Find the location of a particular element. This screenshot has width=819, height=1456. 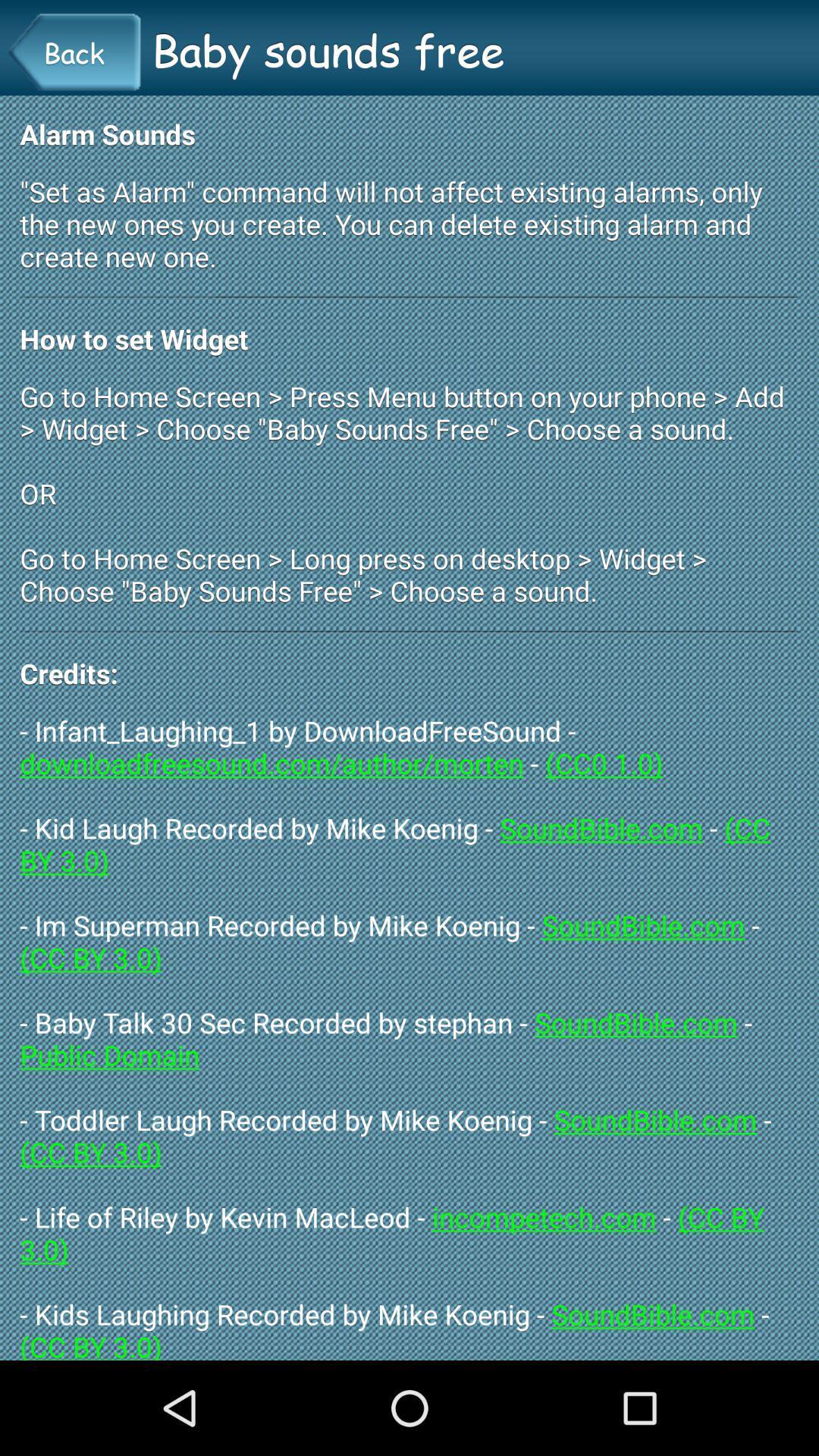

item above the alarm sounds item is located at coordinates (74, 52).